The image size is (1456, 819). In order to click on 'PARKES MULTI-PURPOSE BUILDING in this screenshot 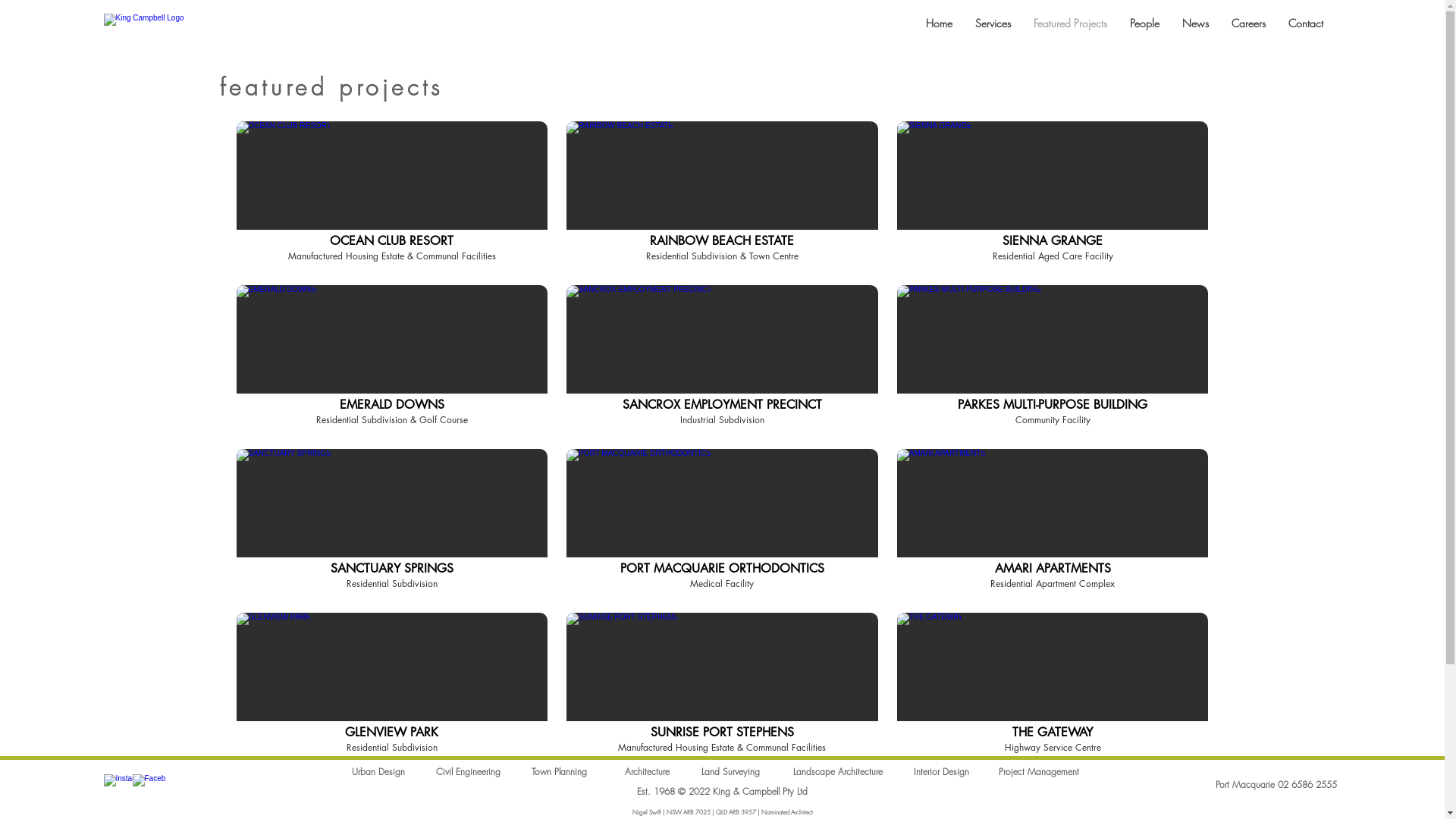, I will do `click(1052, 357)`.